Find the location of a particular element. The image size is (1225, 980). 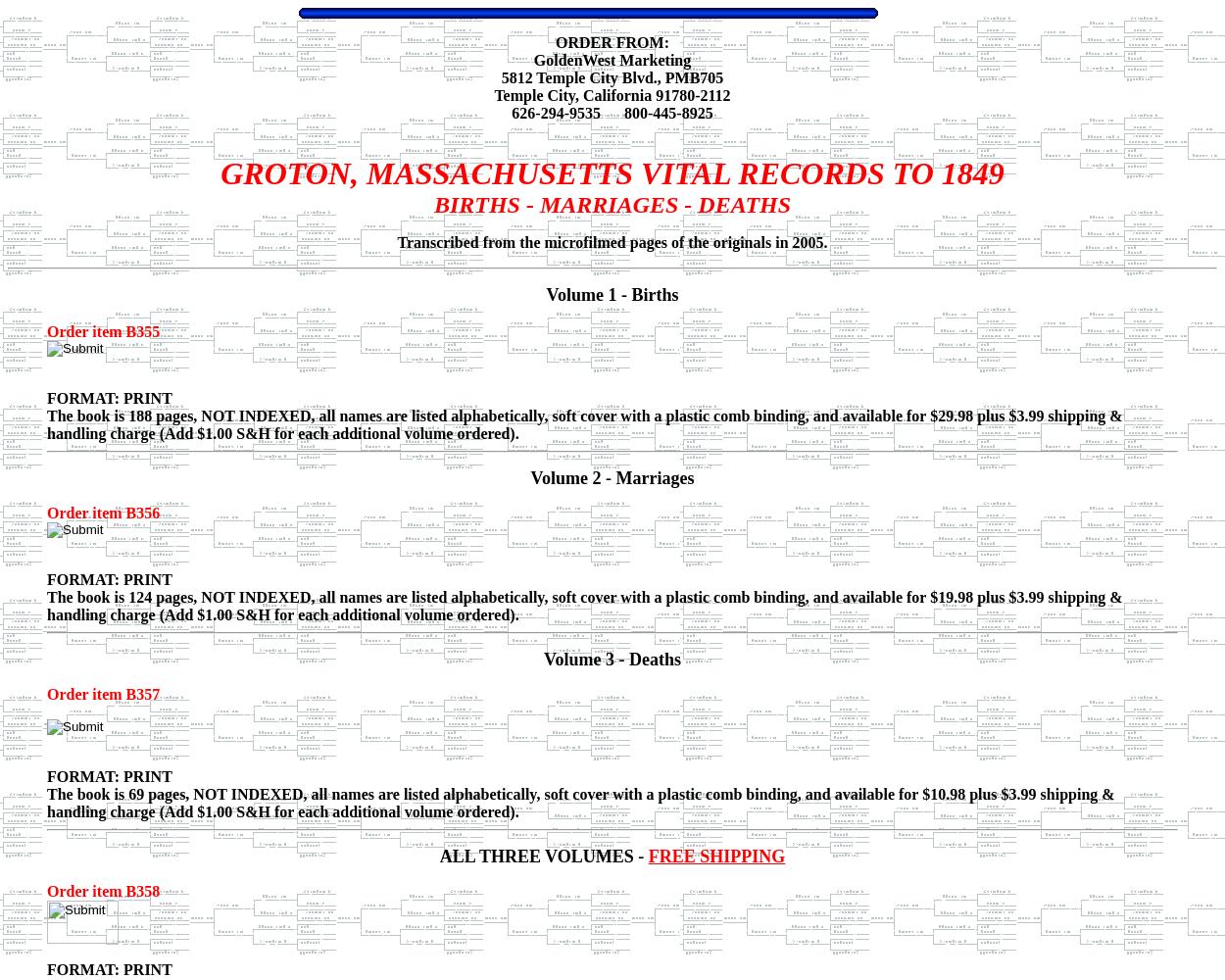

'The book is 188 pages, NOT INDEXED, all names are listed alphabetically, soft cover with a plastic comb binding, and available for
$29.98 plus $3.99 shipping & handling charge (Add $1.00 S&H for each additional volume ordered).' is located at coordinates (583, 424).